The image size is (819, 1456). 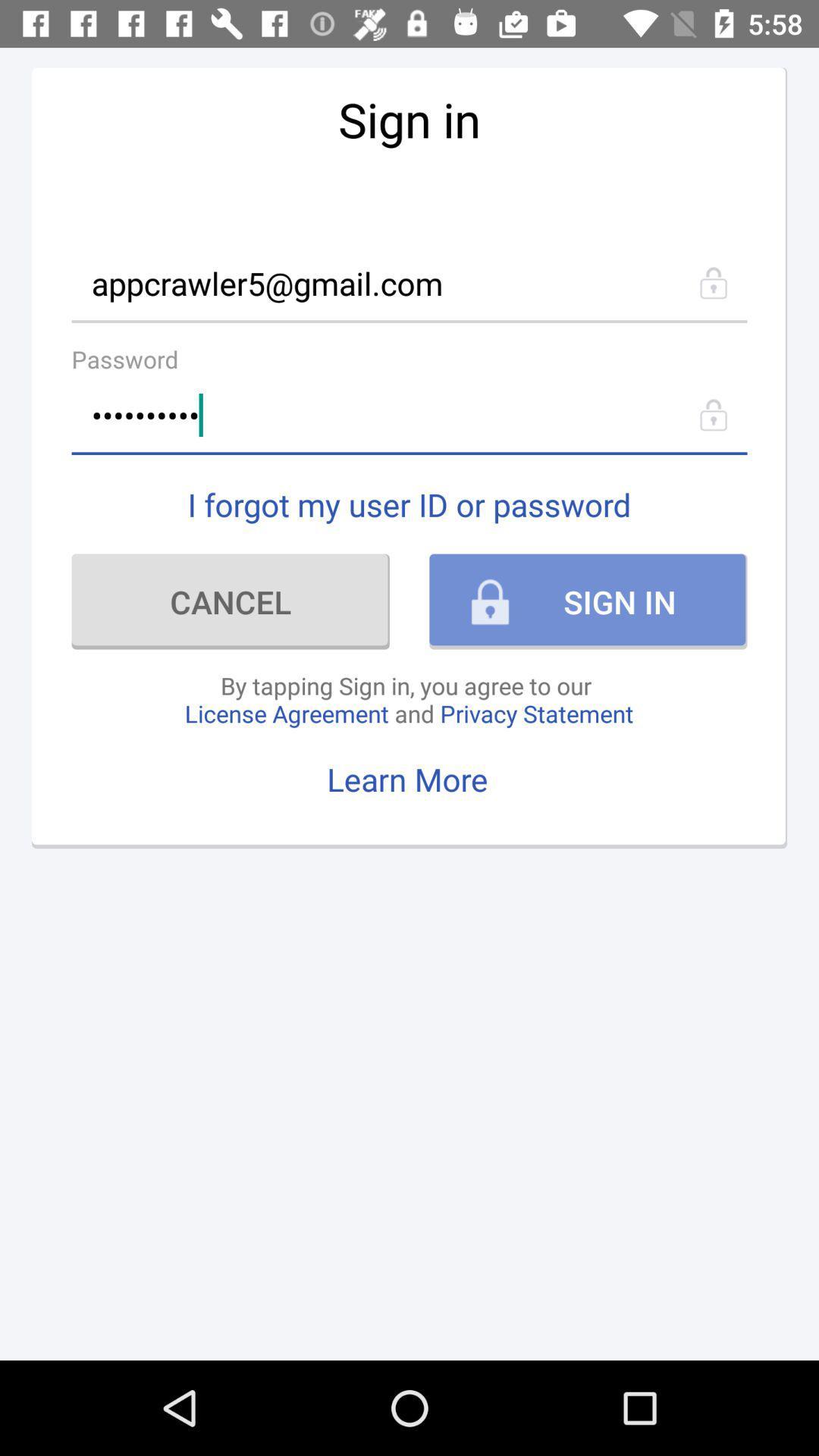 What do you see at coordinates (231, 601) in the screenshot?
I see `the icon next to the sign in item` at bounding box center [231, 601].